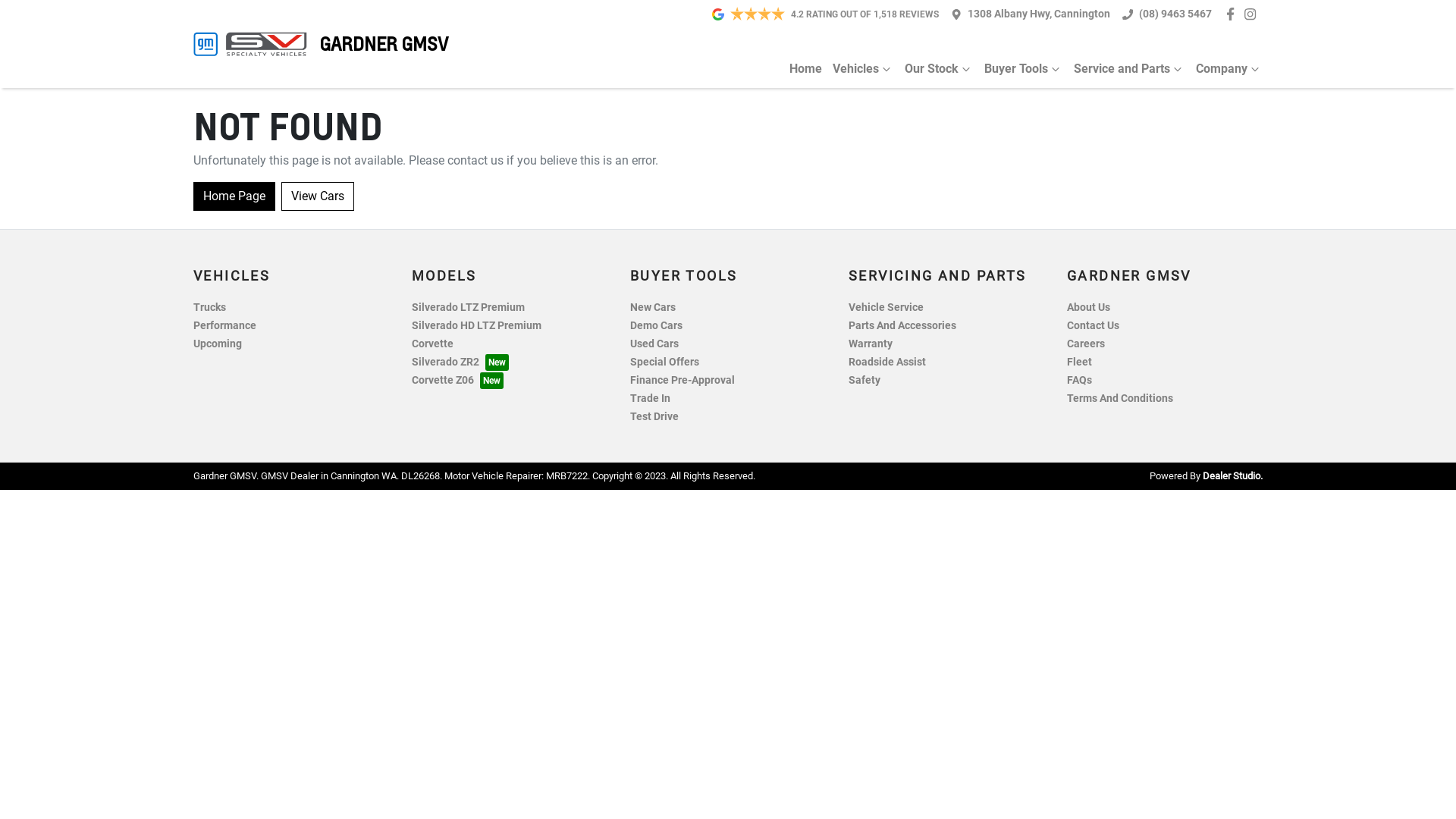 The image size is (1456, 819). Describe the element at coordinates (902, 325) in the screenshot. I see `'Parts And Accessories'` at that location.